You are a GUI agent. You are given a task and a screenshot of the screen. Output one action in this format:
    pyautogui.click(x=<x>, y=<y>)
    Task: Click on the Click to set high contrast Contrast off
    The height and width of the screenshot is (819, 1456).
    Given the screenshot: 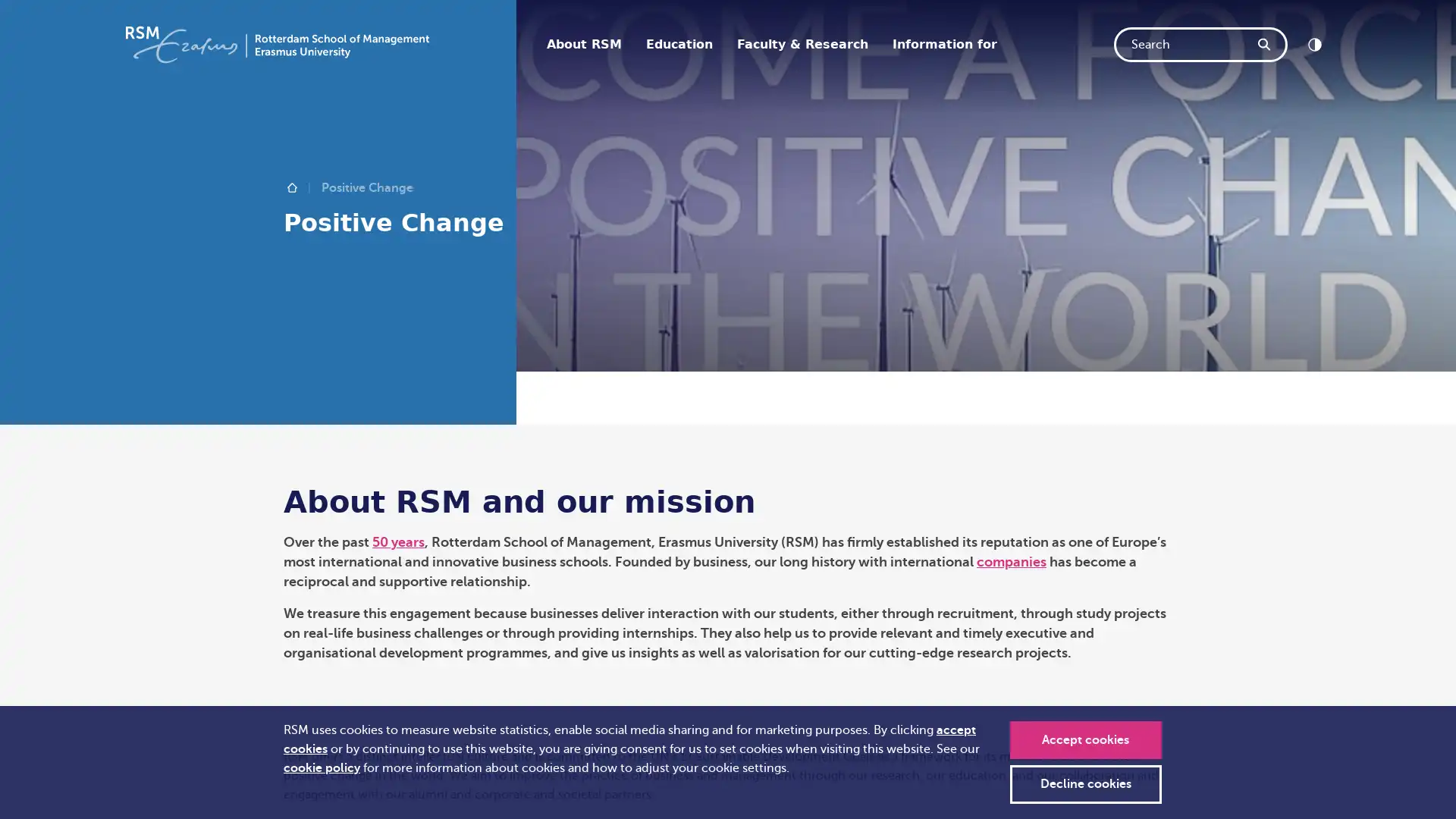 What is the action you would take?
    pyautogui.click(x=1313, y=43)
    